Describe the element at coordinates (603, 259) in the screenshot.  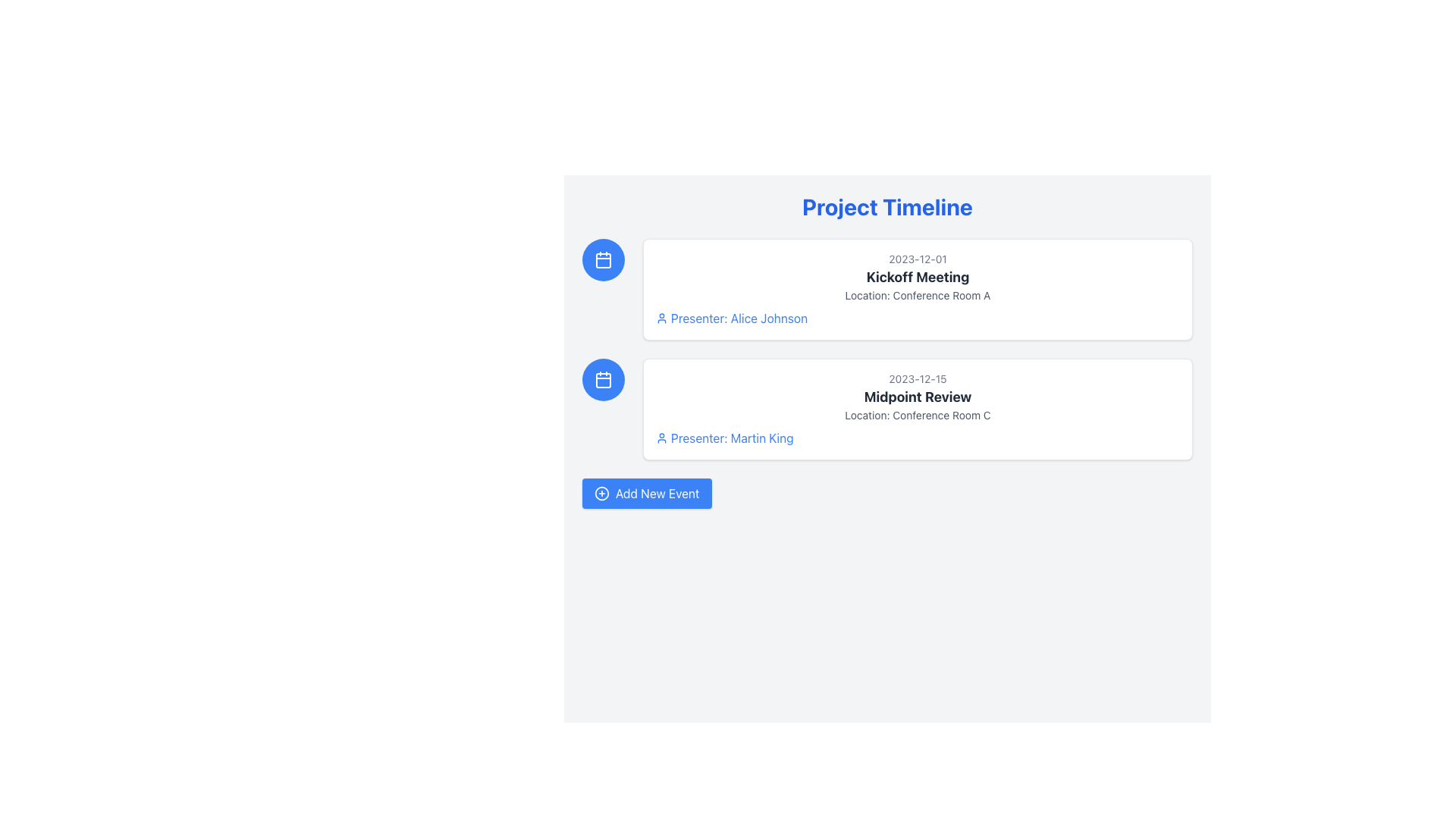
I see `the small rectangle with rounded corners within the SVG calendar icon, which is adjacent to the text '2023-12-01 Kickoff Meeting' and above the 'Add New Event' button` at that location.